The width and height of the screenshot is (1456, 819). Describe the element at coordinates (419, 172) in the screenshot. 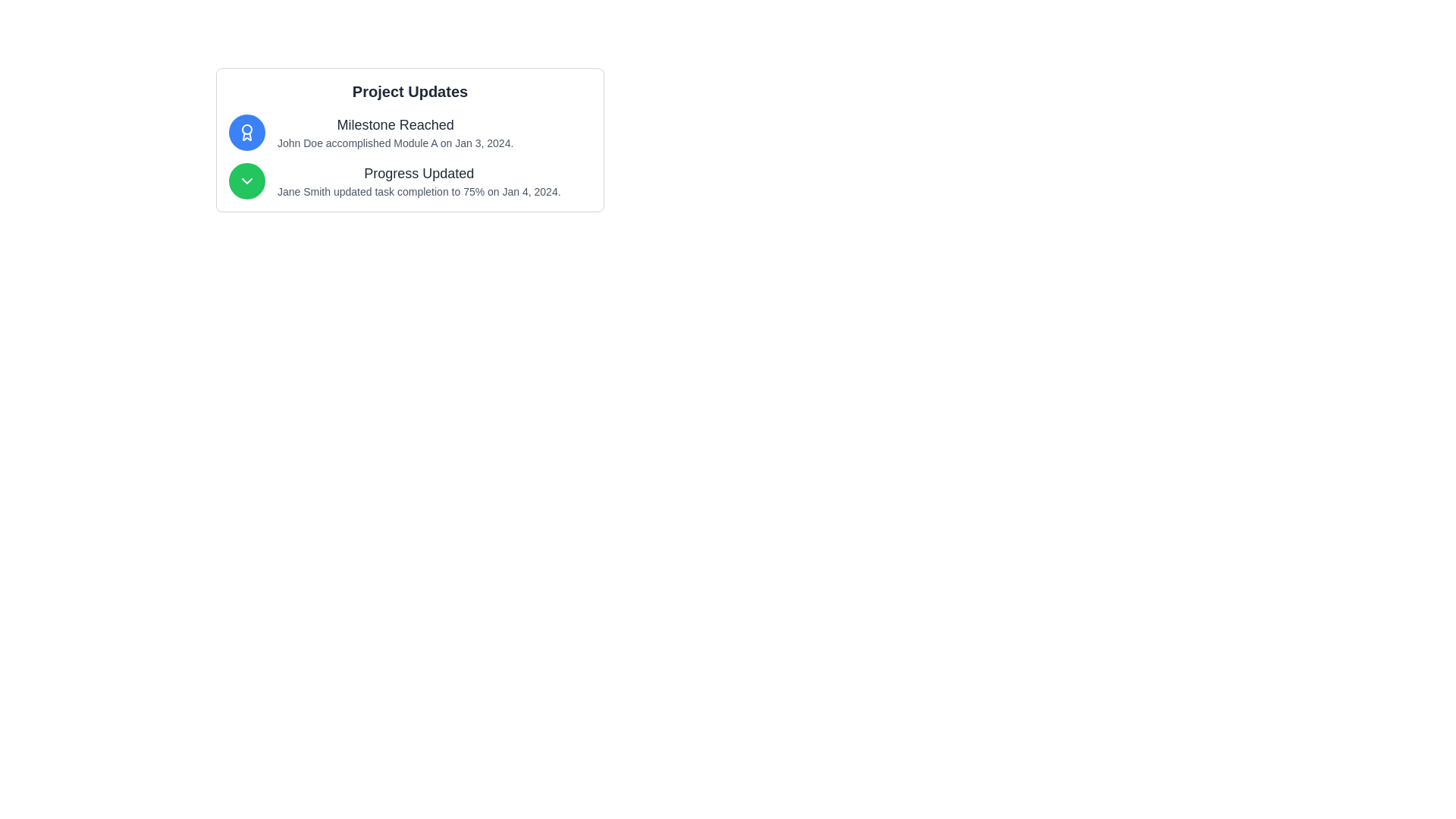

I see `the Text label that serves as the title or header for the content below, located above the text 'Jane Smith updated task completion to 75% on Jan 4, 2024.'` at that location.